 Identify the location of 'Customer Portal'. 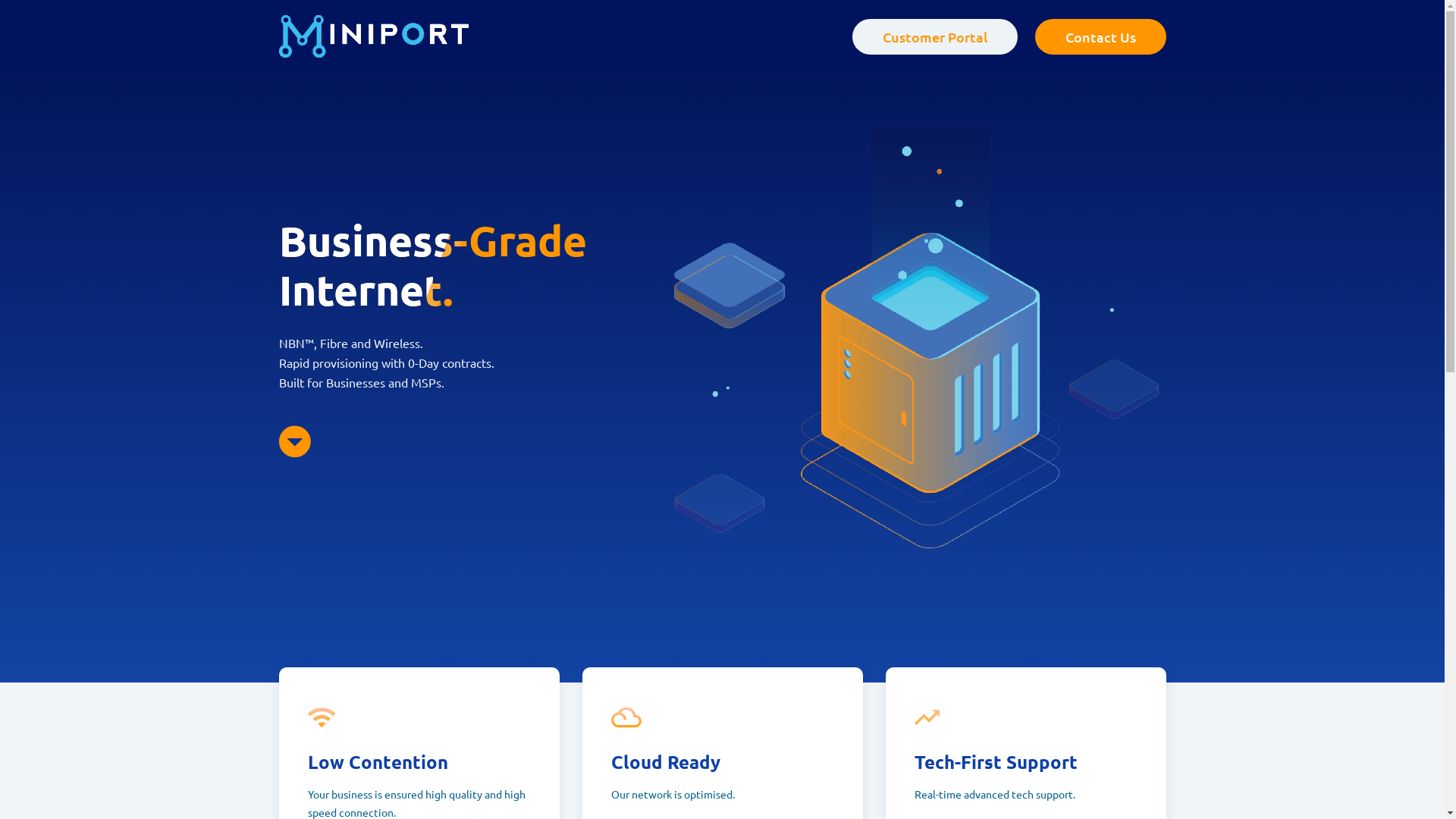
(934, 35).